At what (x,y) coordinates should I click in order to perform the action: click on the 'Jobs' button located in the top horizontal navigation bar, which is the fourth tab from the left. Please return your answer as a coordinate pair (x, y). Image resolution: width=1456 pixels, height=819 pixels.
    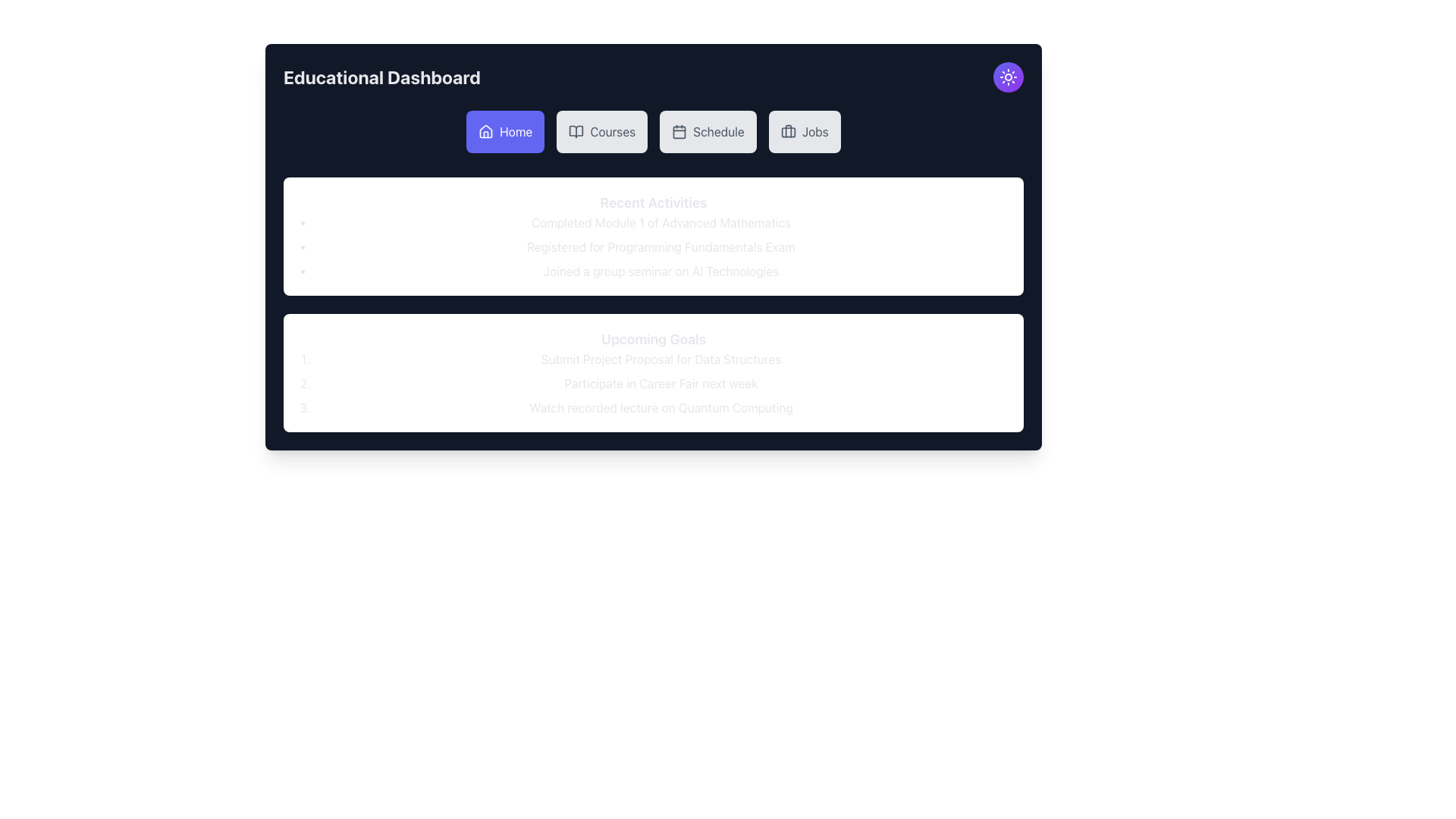
    Looking at the image, I should click on (803, 130).